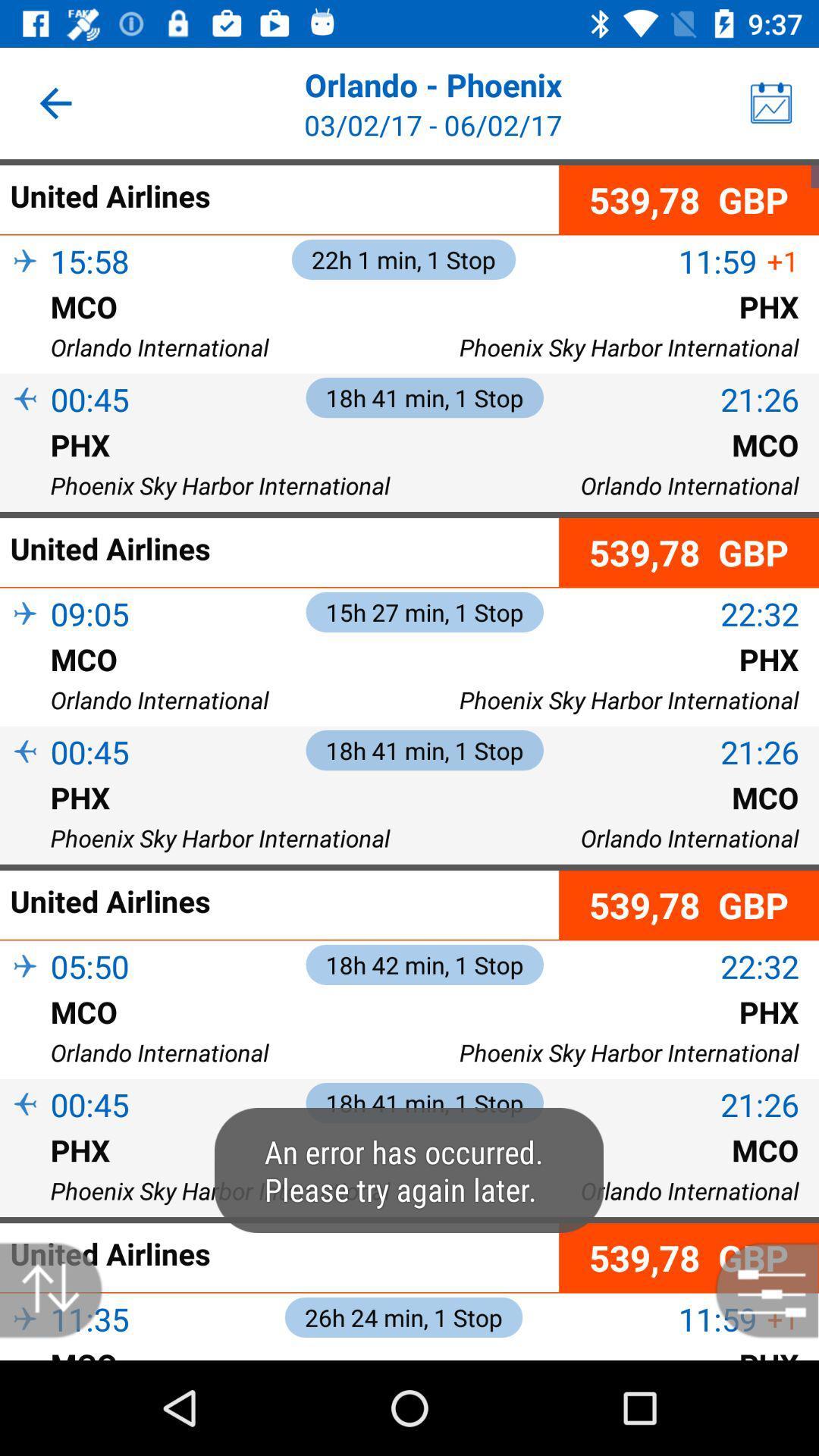 Image resolution: width=819 pixels, height=1456 pixels. I want to click on the swap icon, so click(58, 1289).